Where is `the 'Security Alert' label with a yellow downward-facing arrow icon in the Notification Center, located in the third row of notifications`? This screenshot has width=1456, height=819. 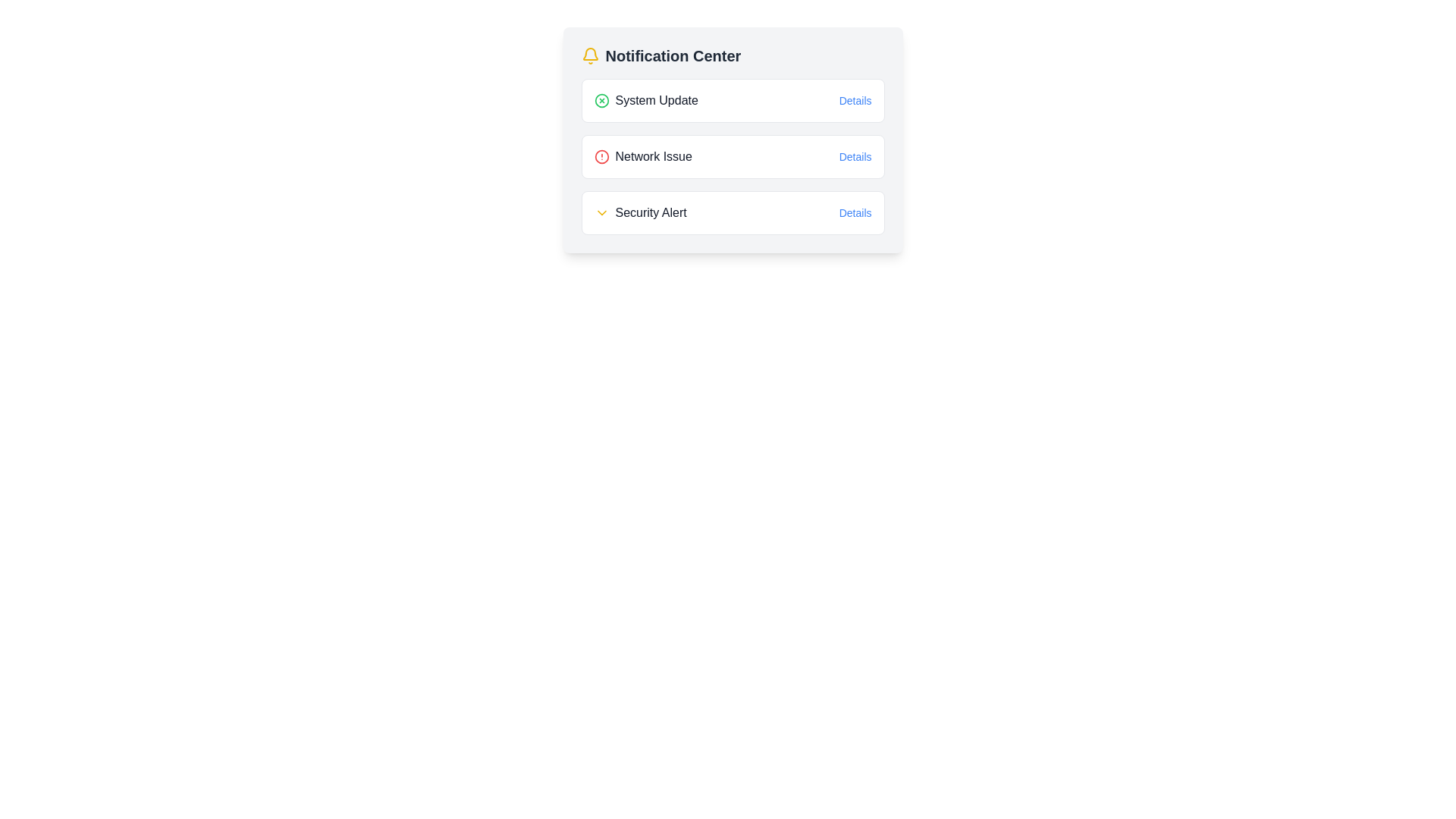 the 'Security Alert' label with a yellow downward-facing arrow icon in the Notification Center, located in the third row of notifications is located at coordinates (640, 213).